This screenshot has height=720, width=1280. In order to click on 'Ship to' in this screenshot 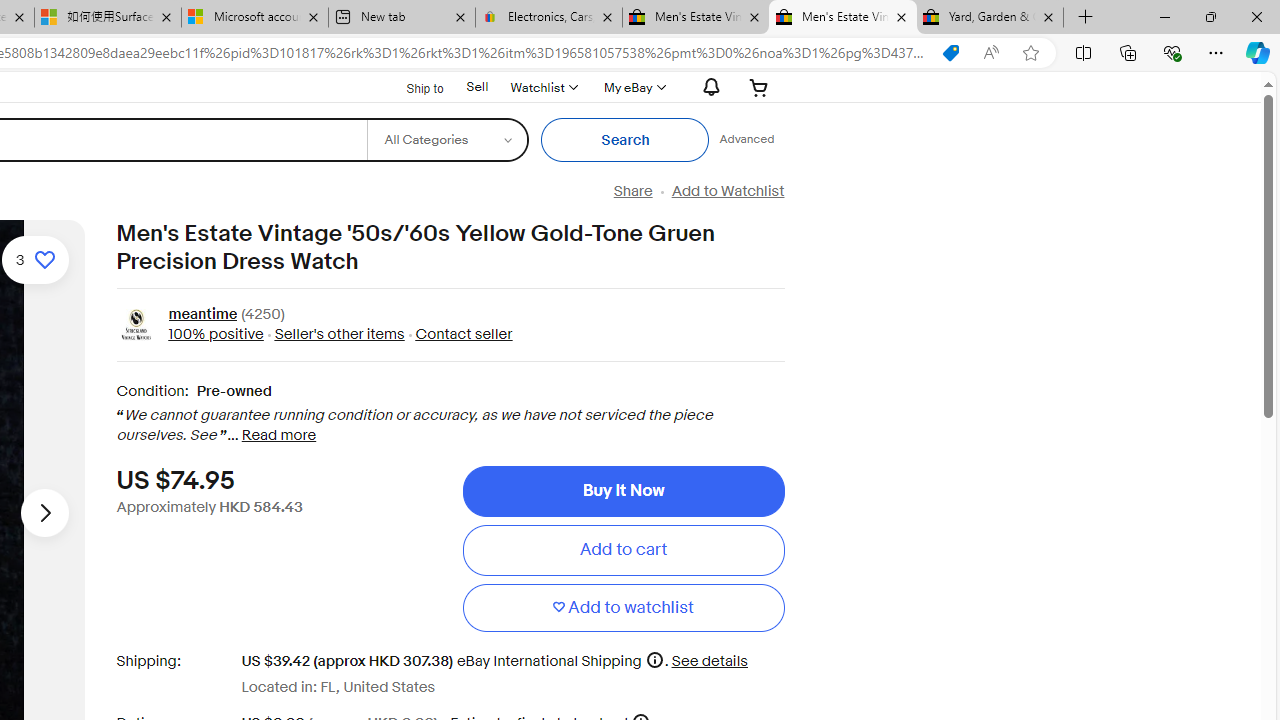, I will do `click(411, 87)`.